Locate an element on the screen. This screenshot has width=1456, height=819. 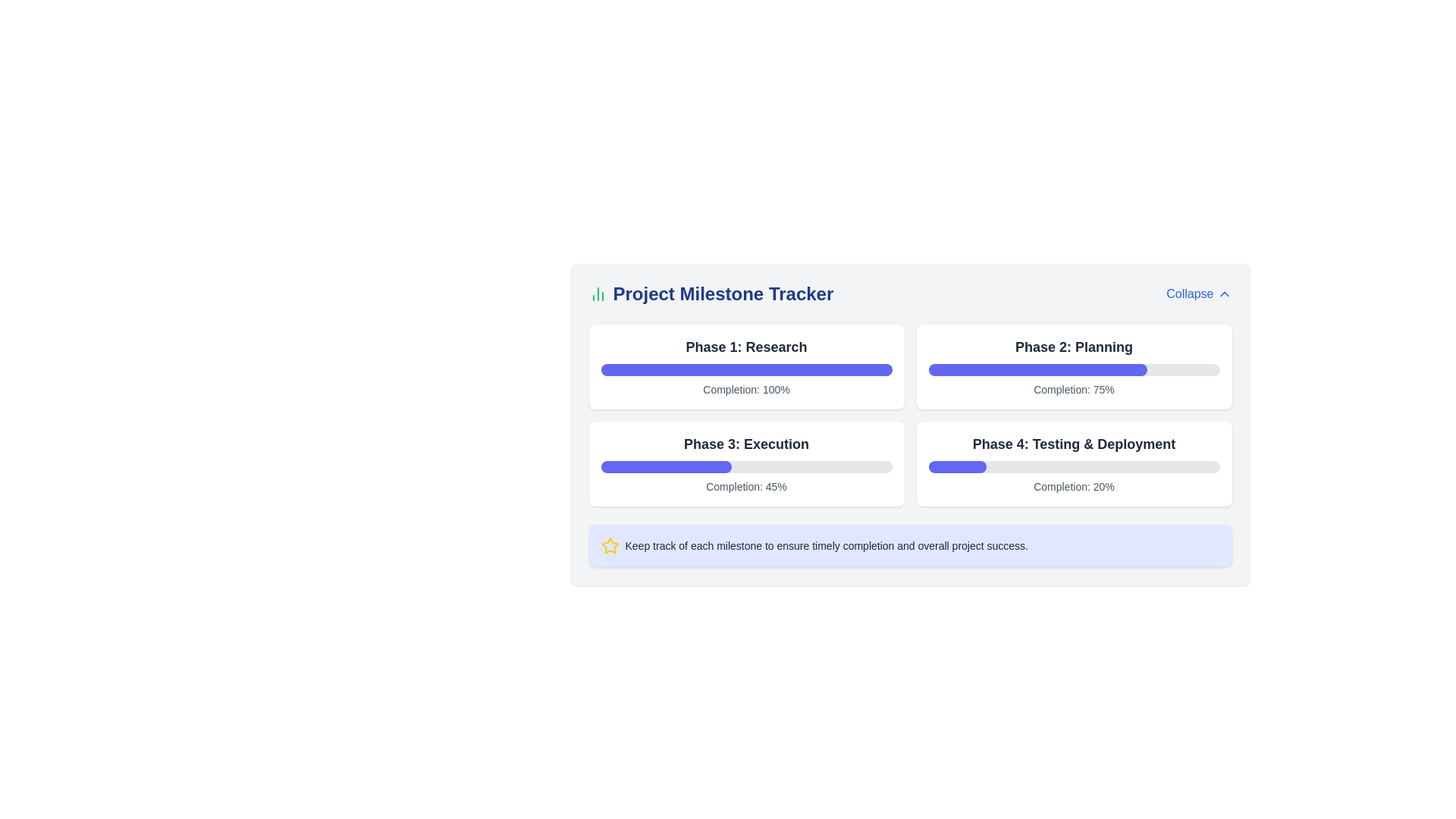
the completion status visually represented by the filled portion of the progress indicator for 'Phase 3: Execution' is located at coordinates (666, 466).